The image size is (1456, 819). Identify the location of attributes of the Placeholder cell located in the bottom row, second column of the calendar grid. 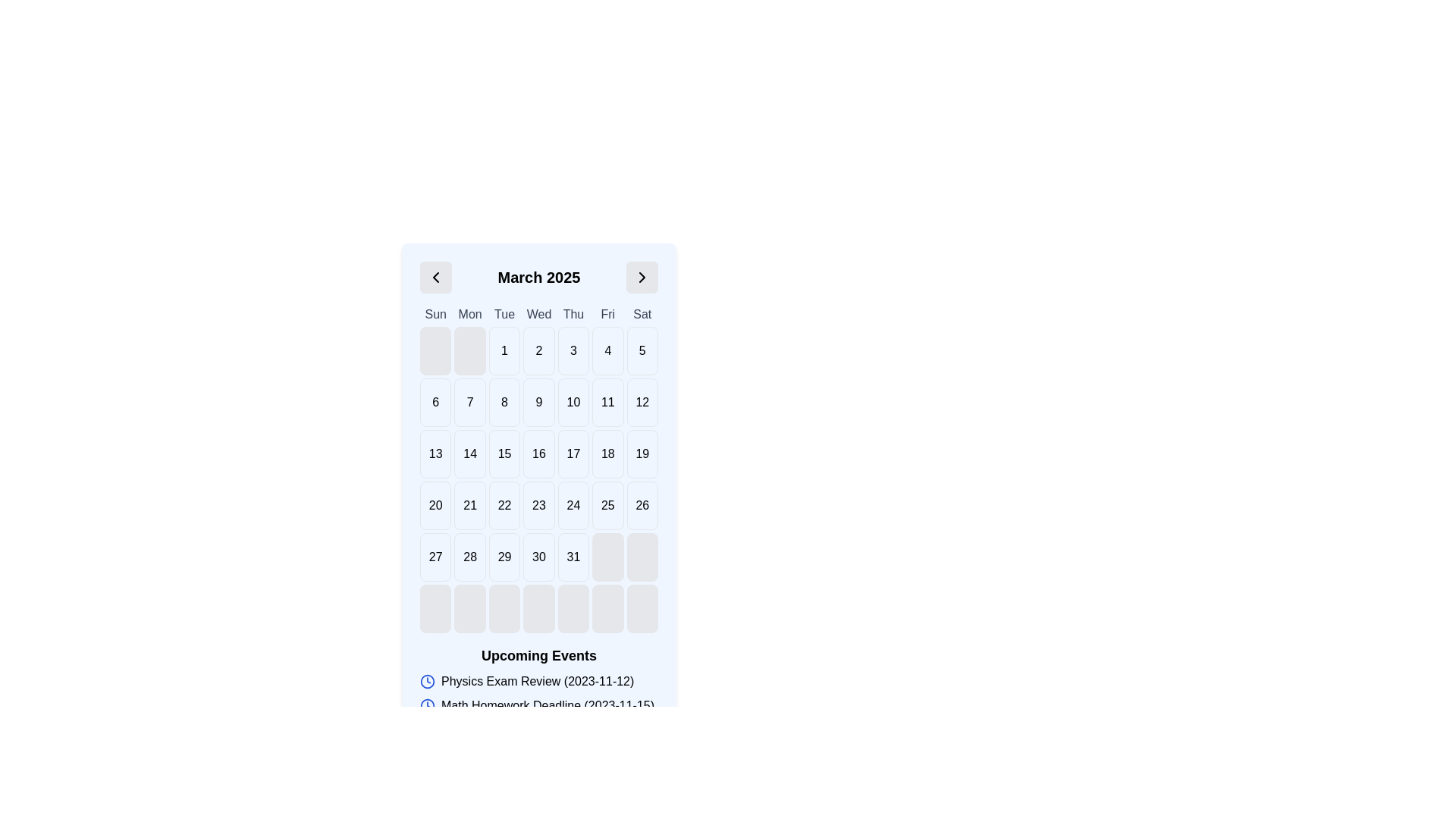
(469, 607).